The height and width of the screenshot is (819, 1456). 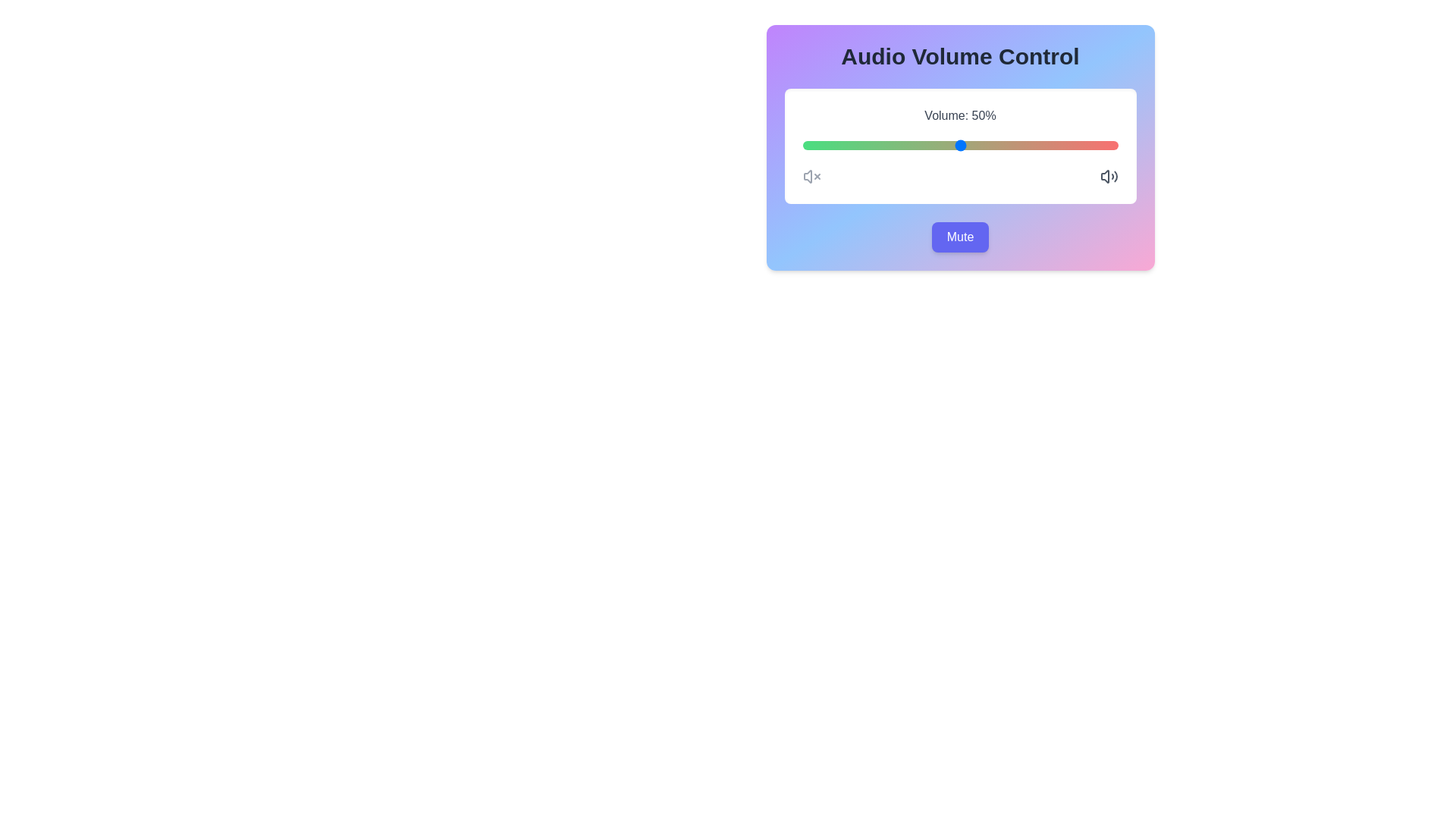 I want to click on the volume slider to 73%, so click(x=1032, y=146).